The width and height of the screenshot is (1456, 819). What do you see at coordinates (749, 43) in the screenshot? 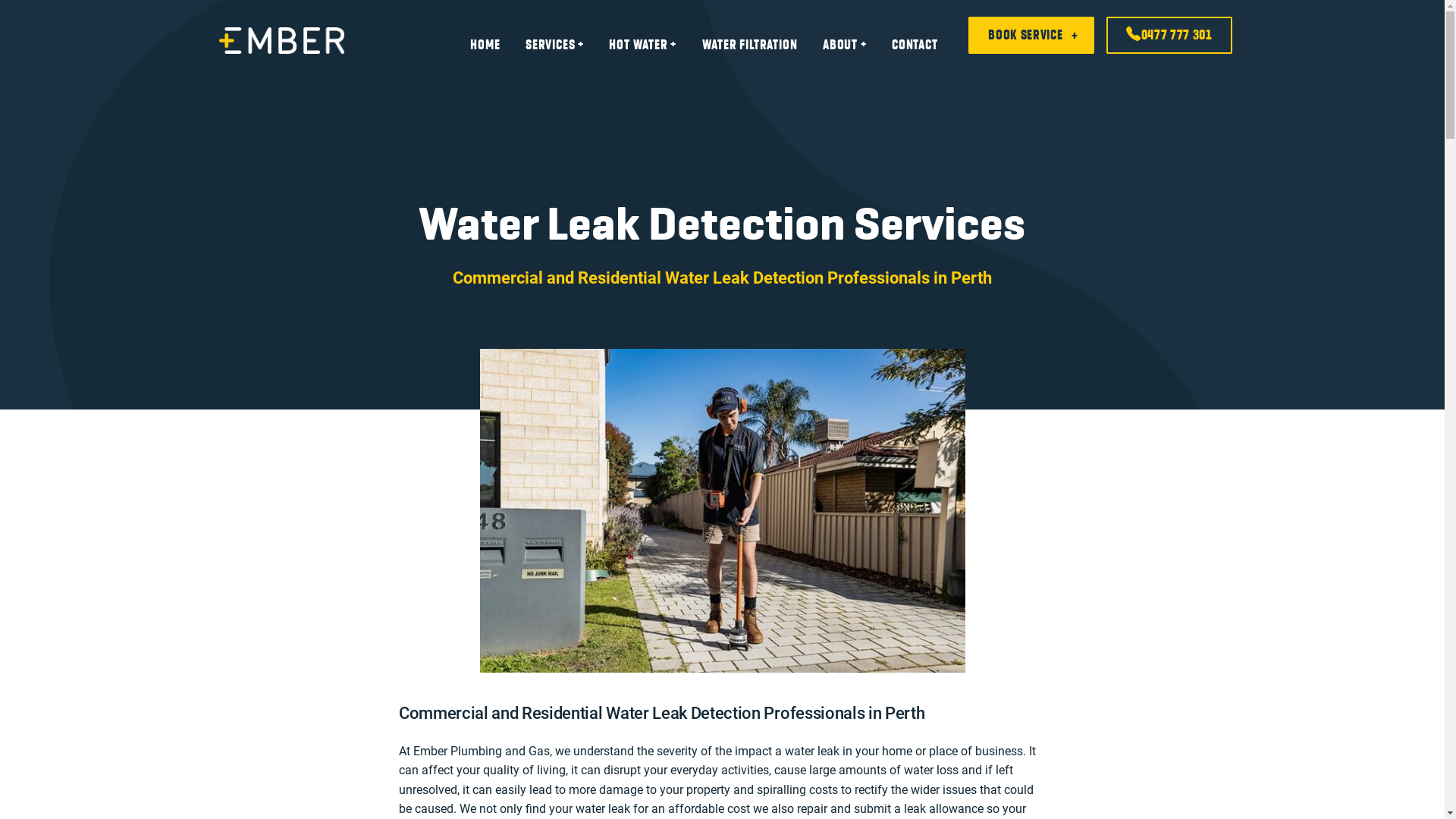
I see `'WATER FILTRATION'` at bounding box center [749, 43].